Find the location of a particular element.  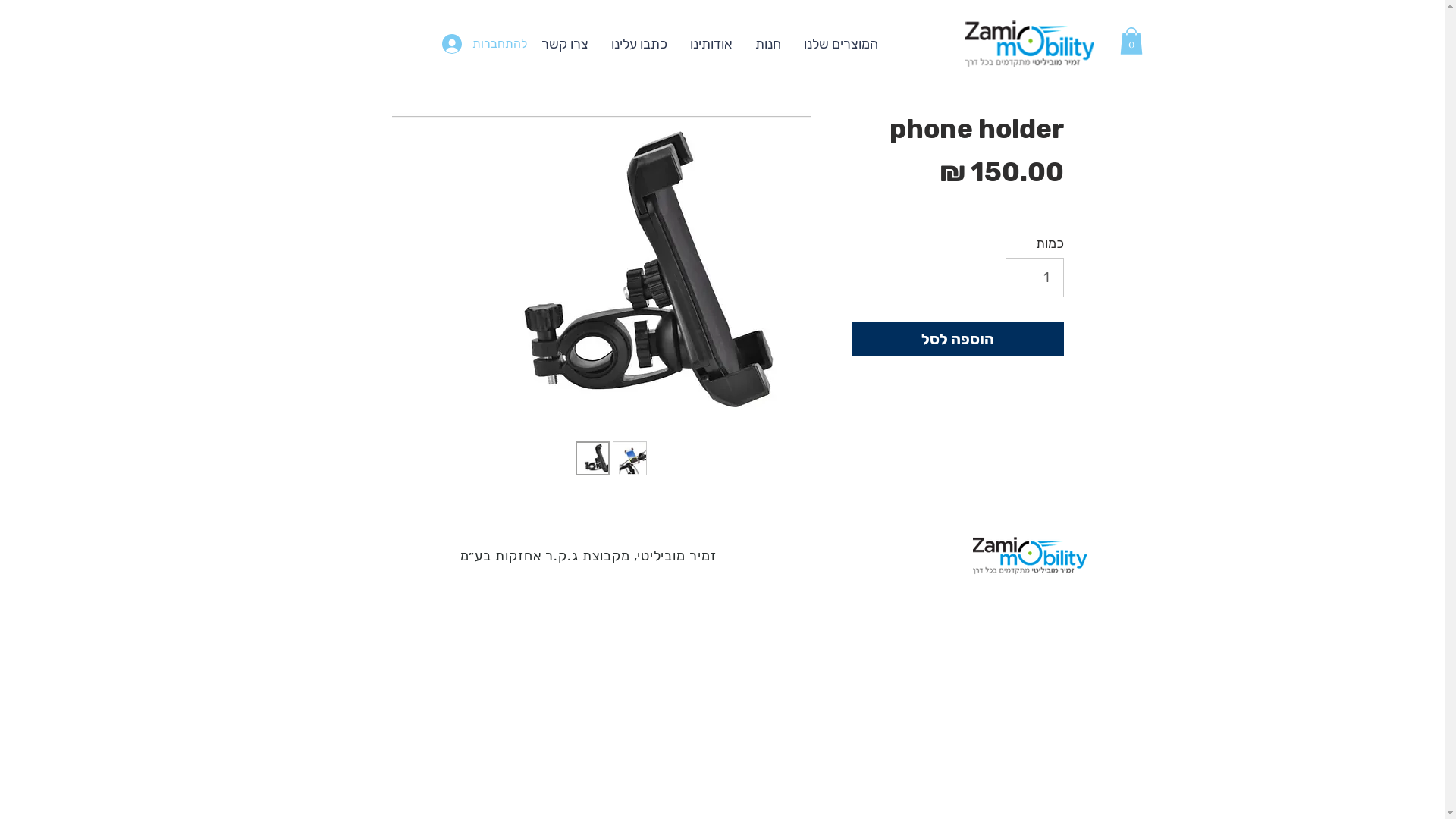

'0' is located at coordinates (1131, 40).